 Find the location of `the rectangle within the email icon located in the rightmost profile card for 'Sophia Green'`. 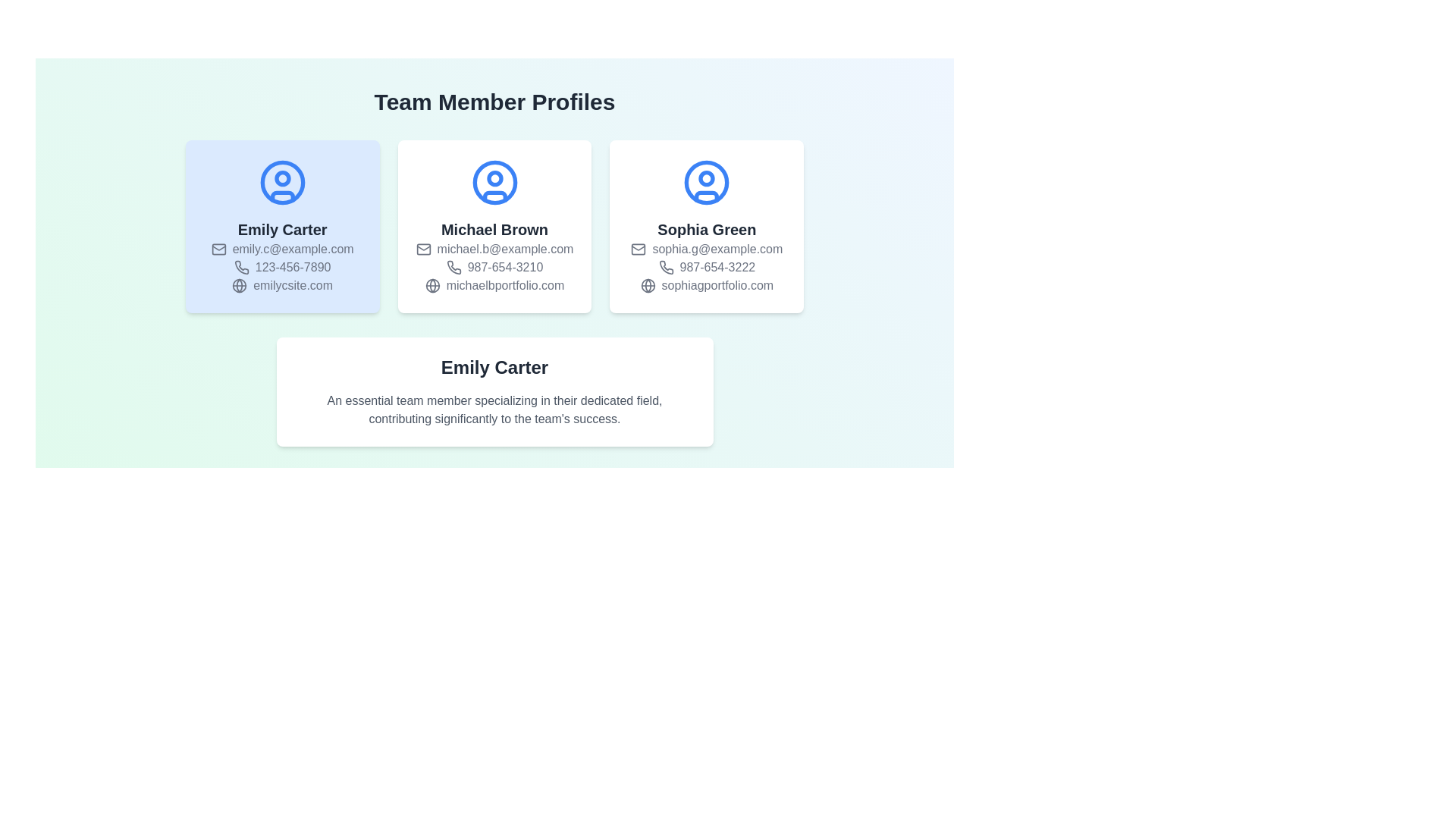

the rectangle within the email icon located in the rightmost profile card for 'Sophia Green' is located at coordinates (639, 248).